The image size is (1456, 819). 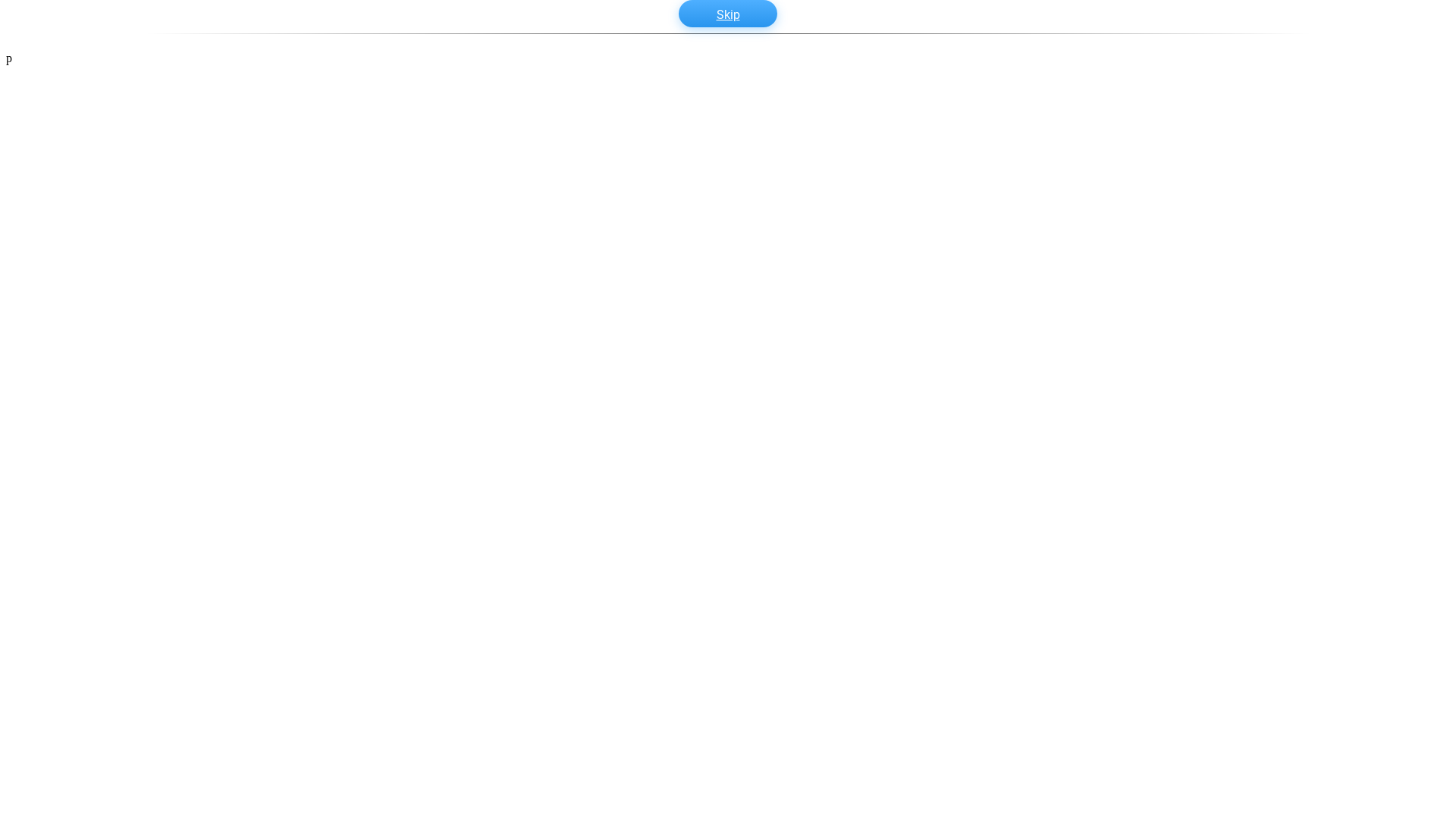 What do you see at coordinates (677, 14) in the screenshot?
I see `'Skip'` at bounding box center [677, 14].